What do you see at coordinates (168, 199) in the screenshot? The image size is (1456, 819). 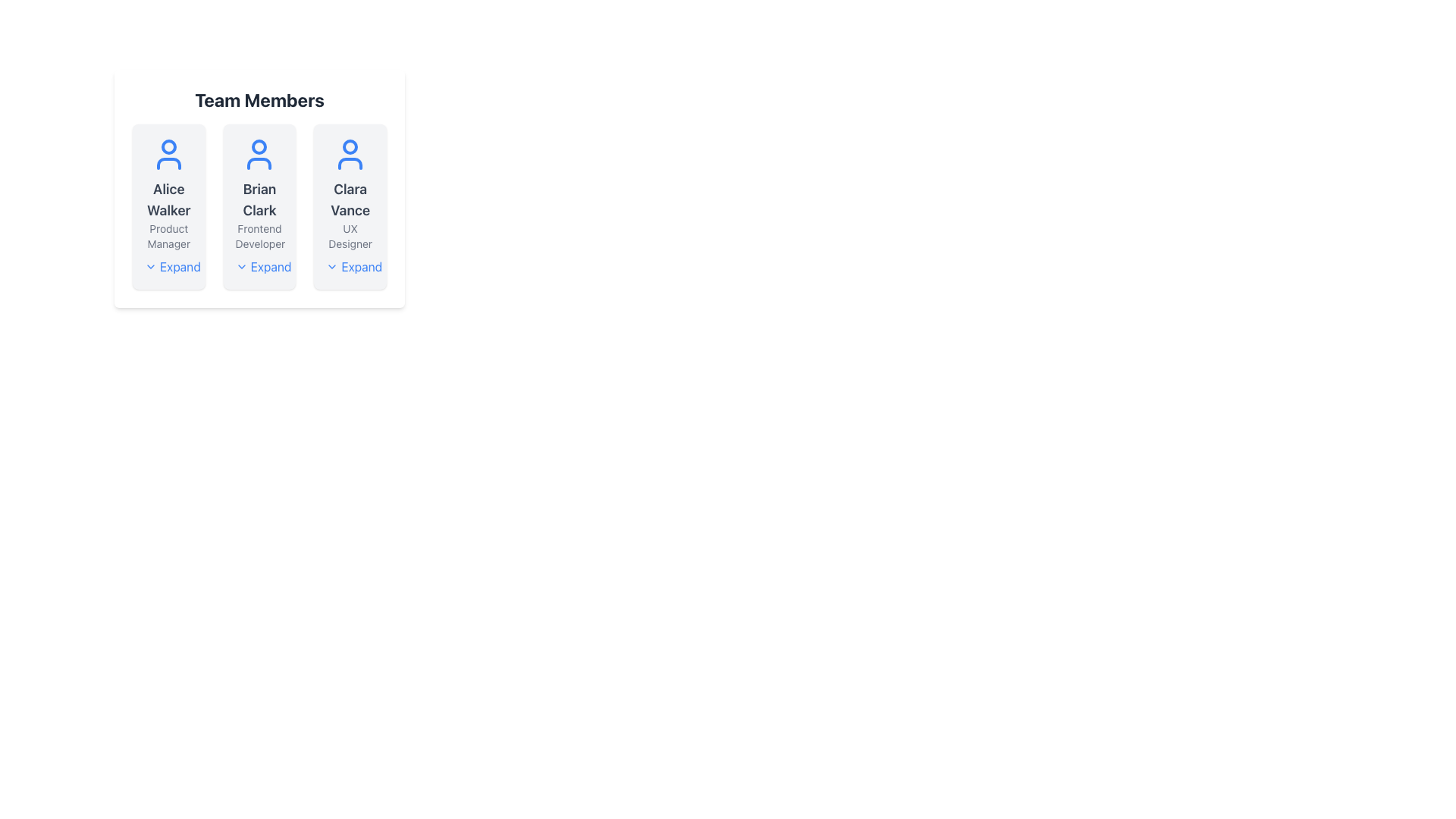 I see `the Text Label displaying the name of the team member in the first profile card of the 'Team Members' section, which is located below the user icon and above the 'Product Manager' title` at bounding box center [168, 199].